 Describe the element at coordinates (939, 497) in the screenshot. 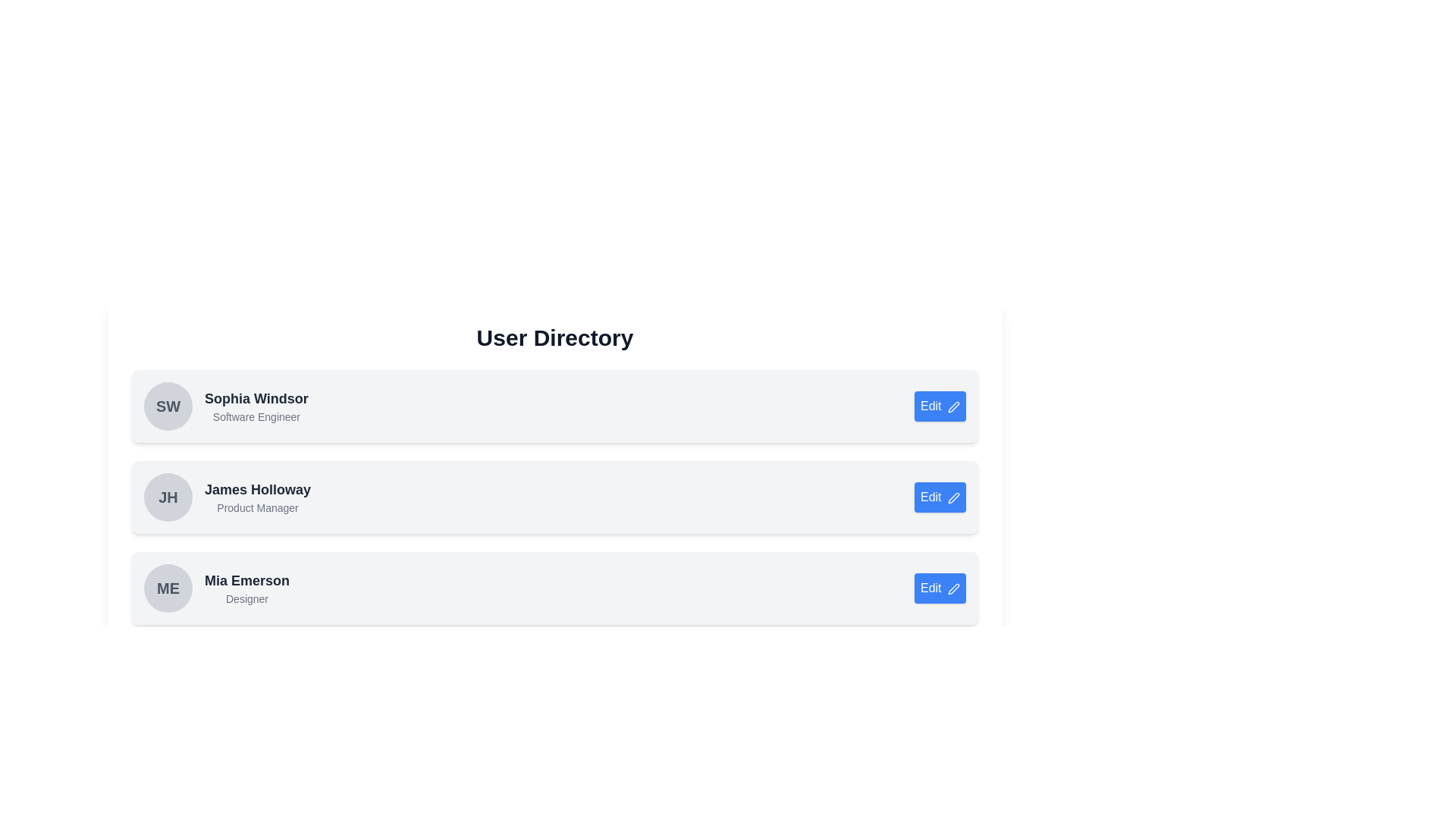

I see `the edit button located at the top-right corner of the user card for 'James Holloway, Product Manager'` at that location.